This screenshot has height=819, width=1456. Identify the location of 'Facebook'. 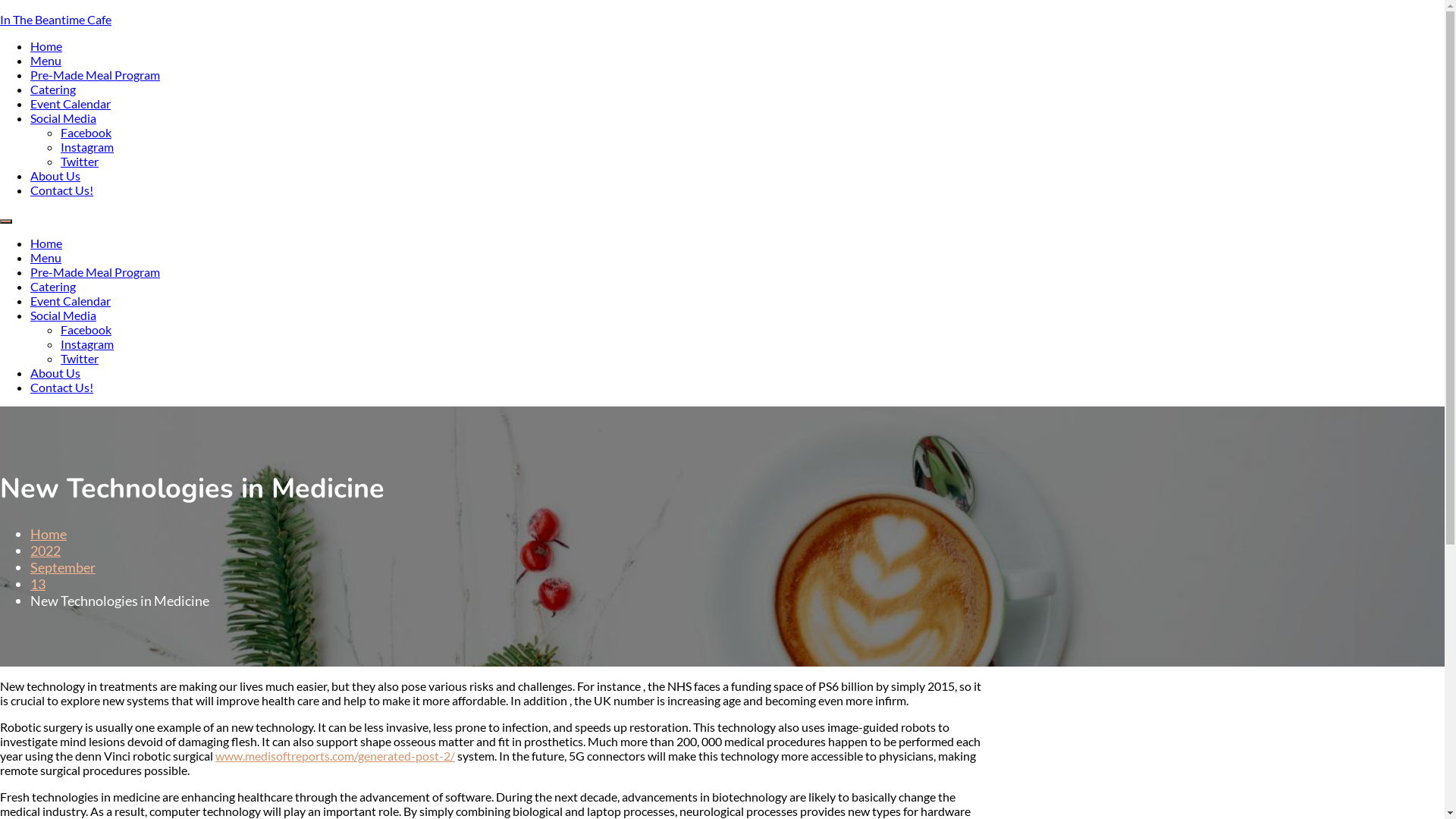
(85, 131).